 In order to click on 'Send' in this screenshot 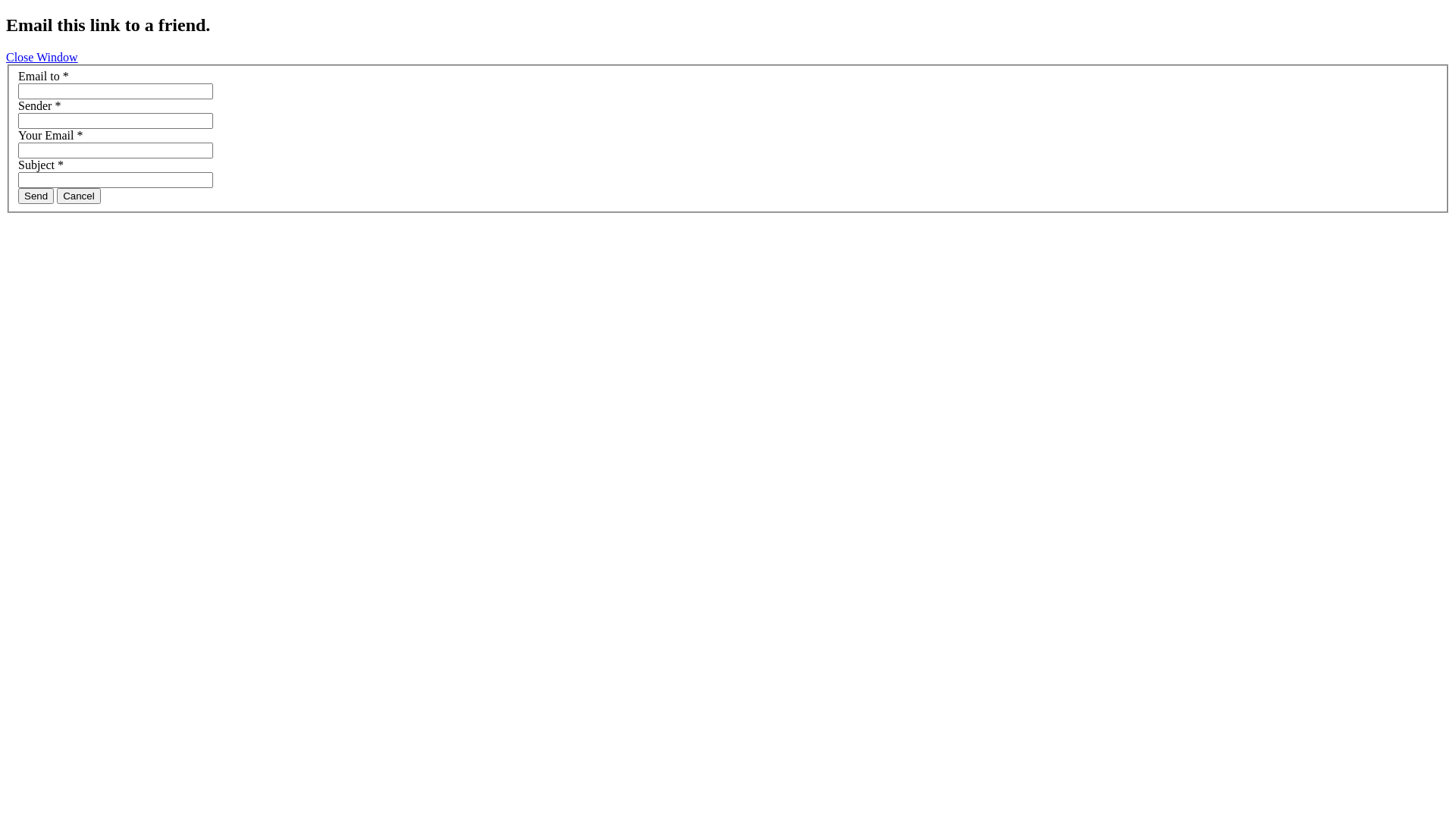, I will do `click(36, 195)`.